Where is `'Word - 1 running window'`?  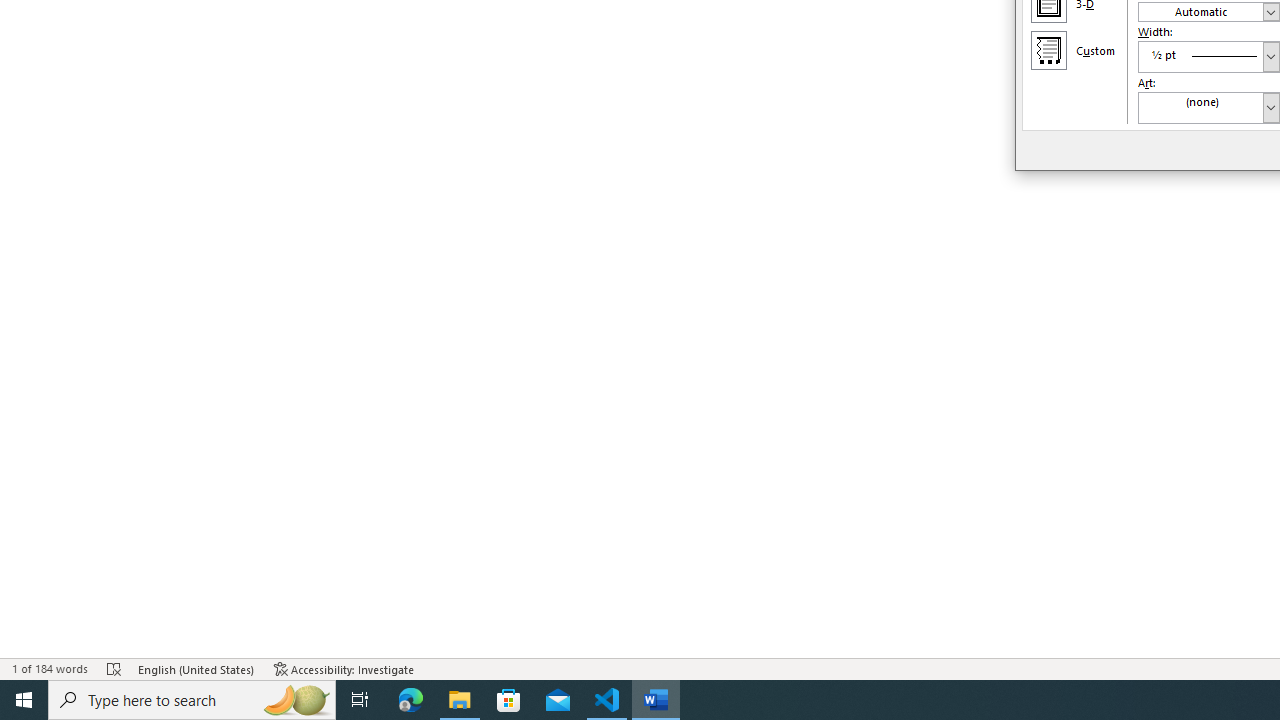 'Word - 1 running window' is located at coordinates (656, 698).